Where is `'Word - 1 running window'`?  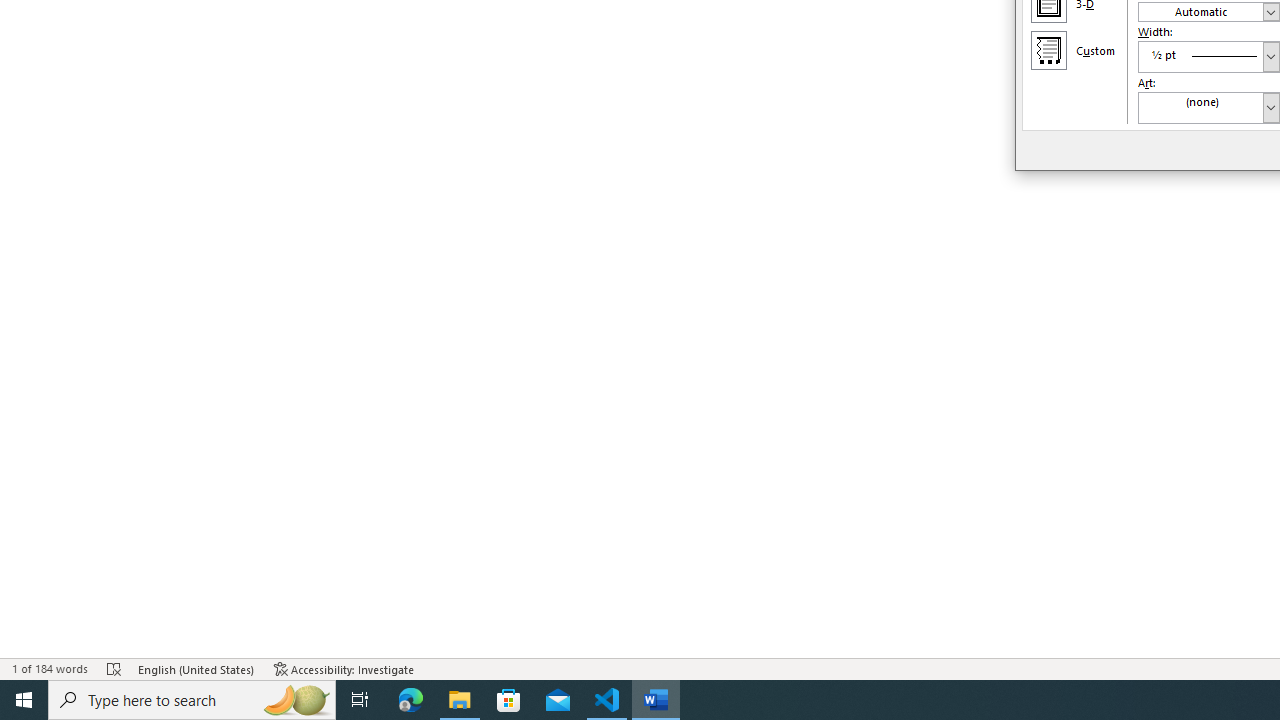 'Word - 1 running window' is located at coordinates (656, 698).